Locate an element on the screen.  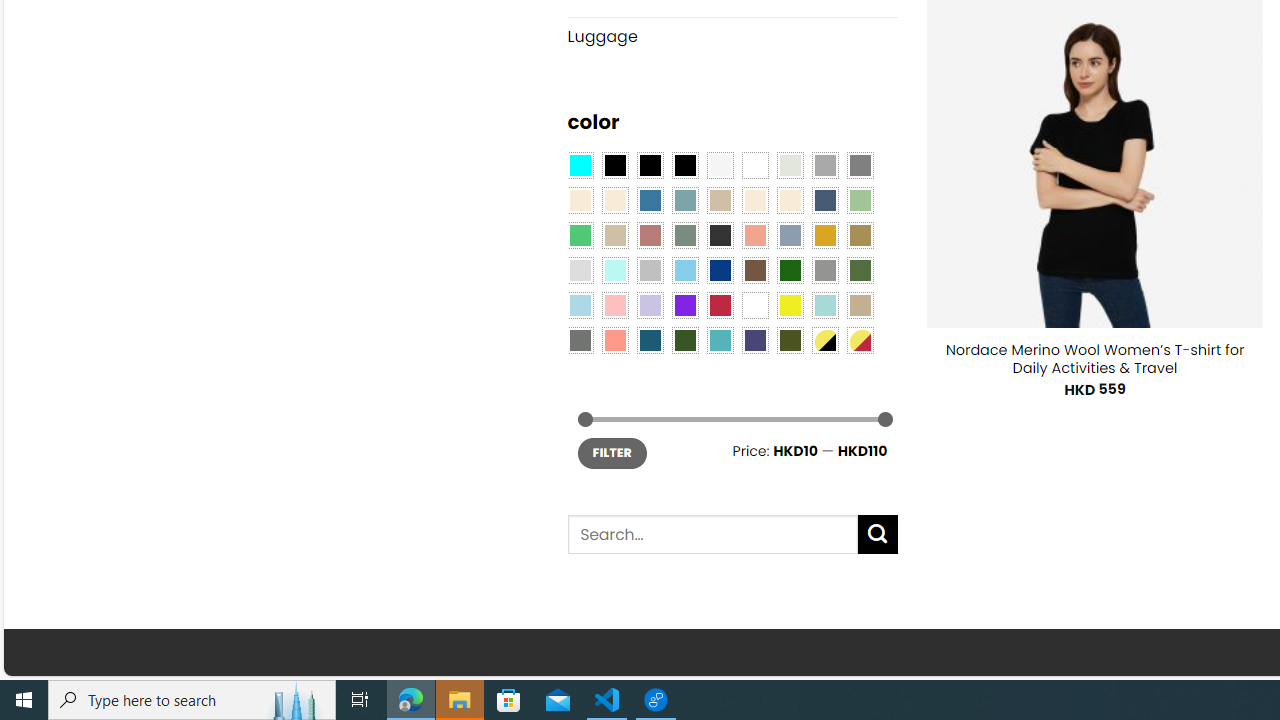
'Pink' is located at coordinates (614, 305).